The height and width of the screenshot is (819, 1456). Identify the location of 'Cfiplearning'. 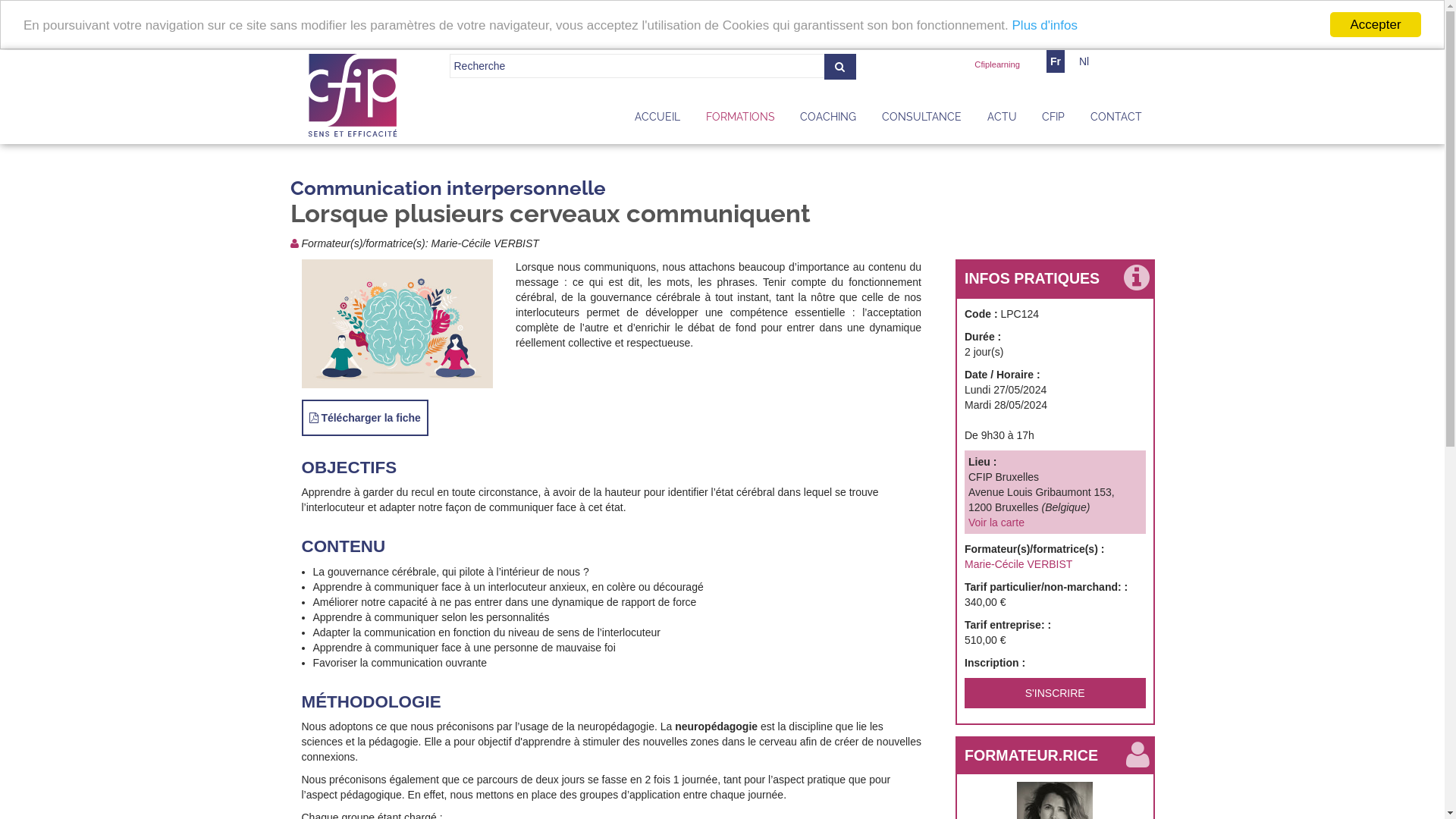
(997, 63).